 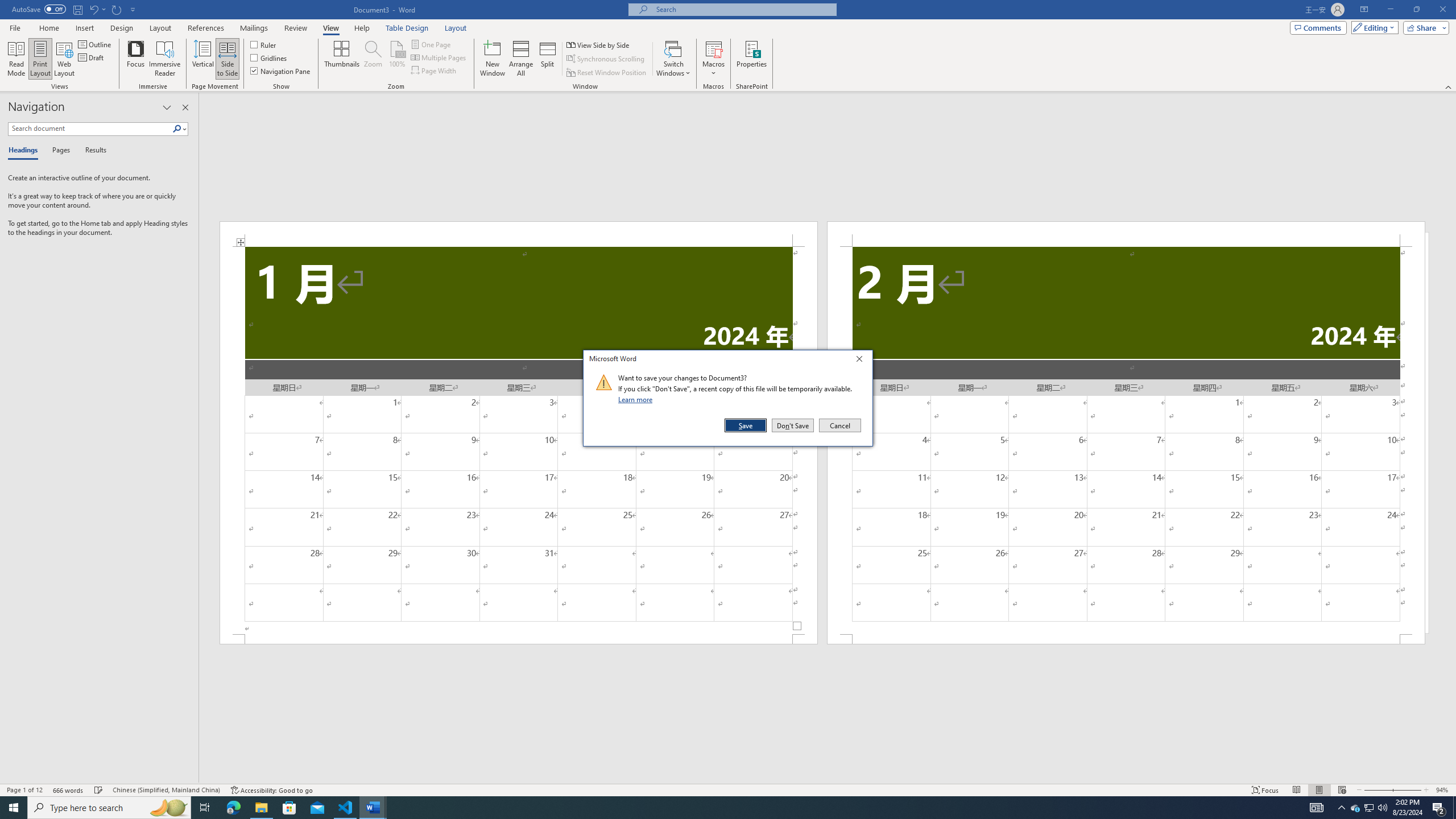 What do you see at coordinates (440, 56) in the screenshot?
I see `'Multiple Pages'` at bounding box center [440, 56].